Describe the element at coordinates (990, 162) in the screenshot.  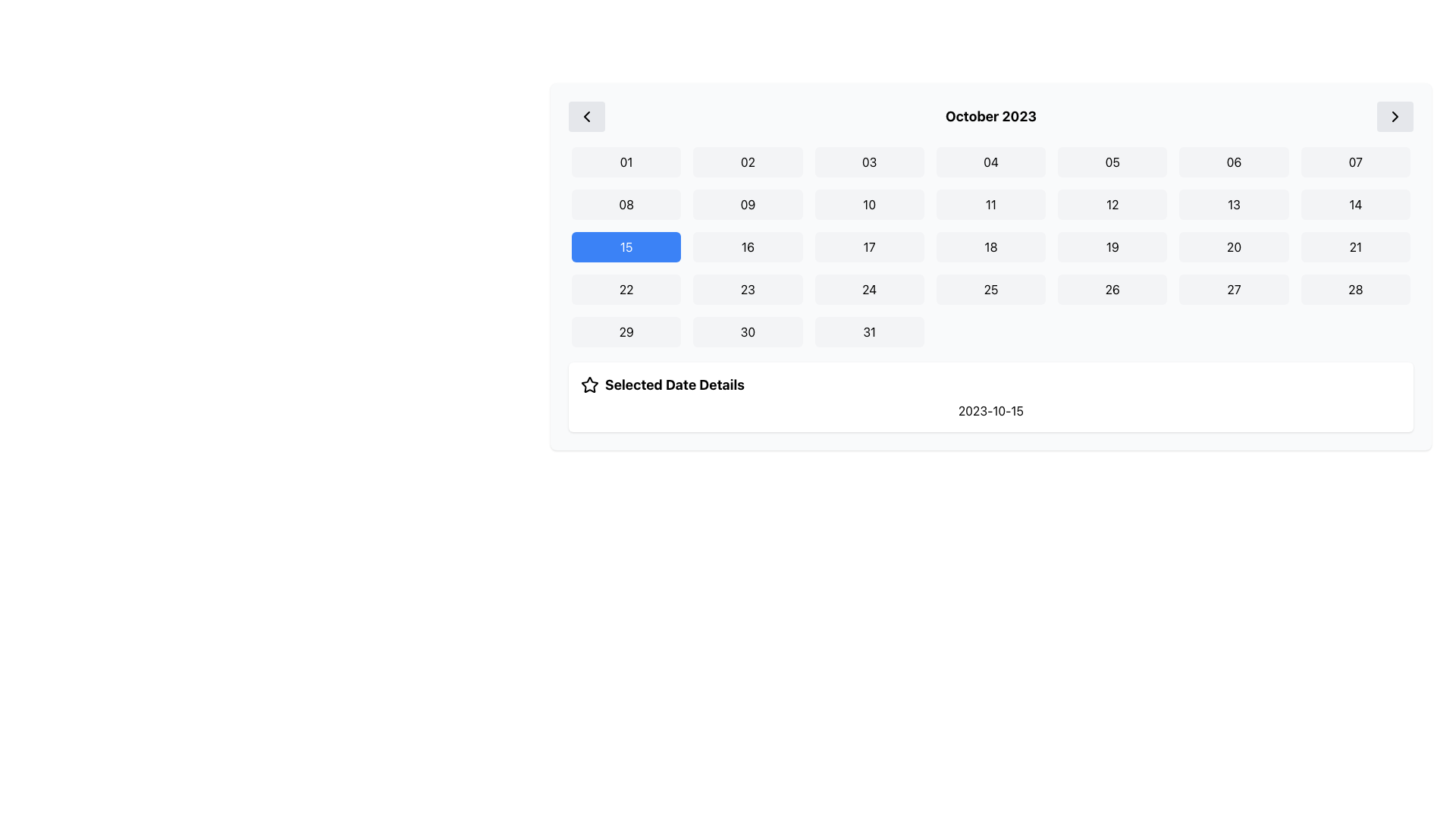
I see `the rectangular button labeled '04' with a light gray background and rounded corners` at that location.